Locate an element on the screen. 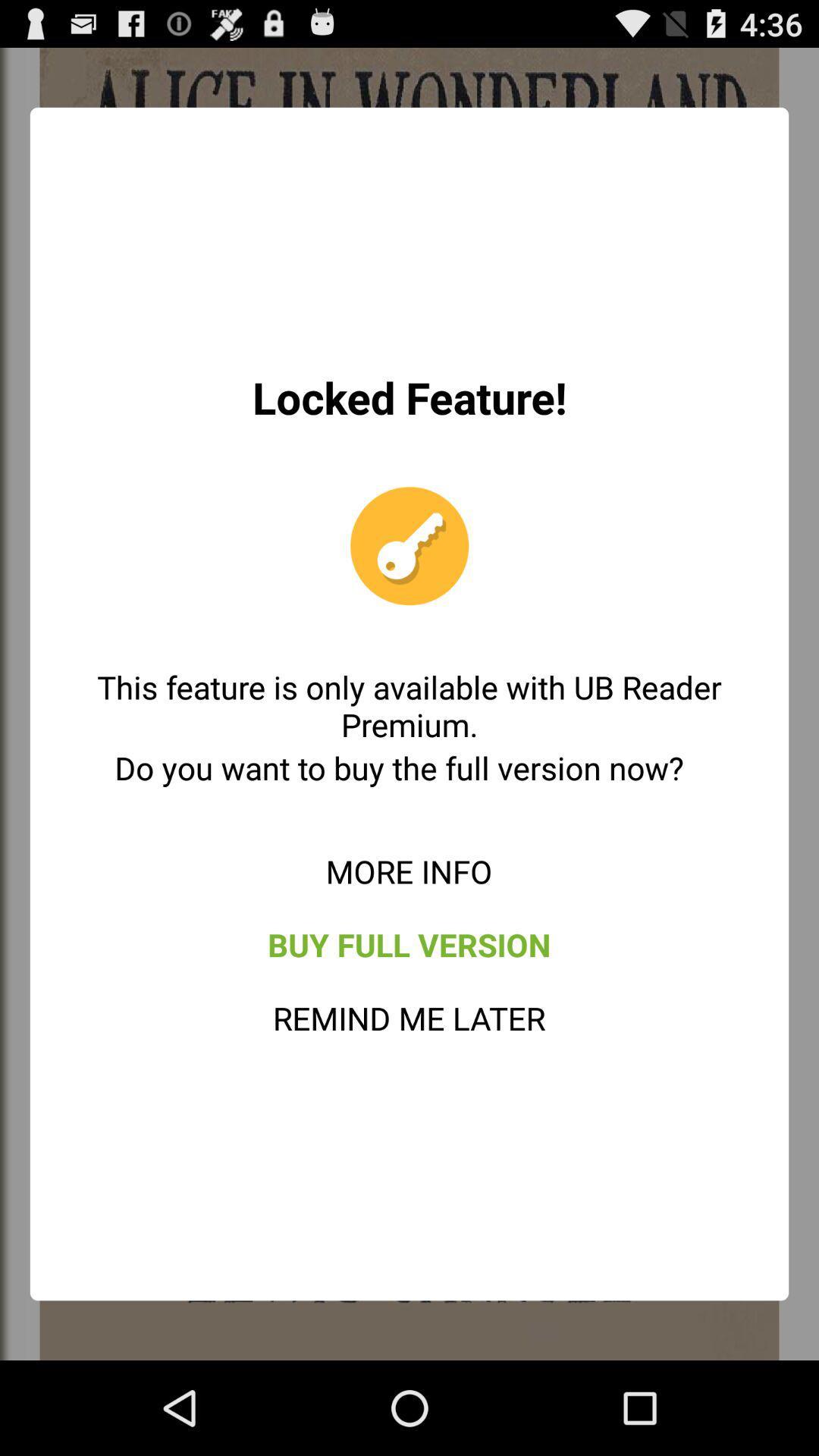 Image resolution: width=819 pixels, height=1456 pixels. remind me later at the bottom is located at coordinates (408, 1018).